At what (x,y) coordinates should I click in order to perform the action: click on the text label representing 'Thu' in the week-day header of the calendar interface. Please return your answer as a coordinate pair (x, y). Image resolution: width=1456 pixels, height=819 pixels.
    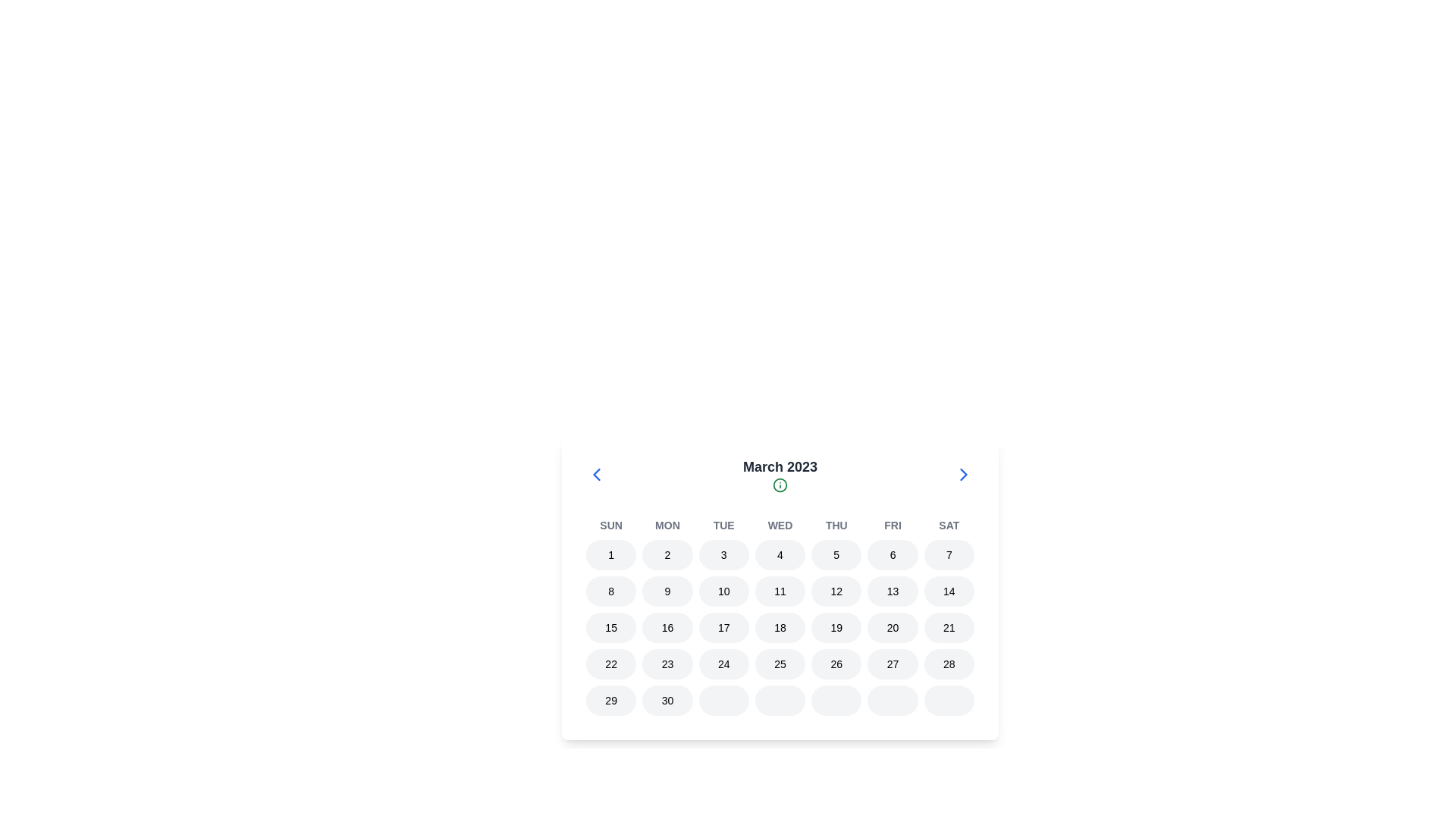
    Looking at the image, I should click on (836, 525).